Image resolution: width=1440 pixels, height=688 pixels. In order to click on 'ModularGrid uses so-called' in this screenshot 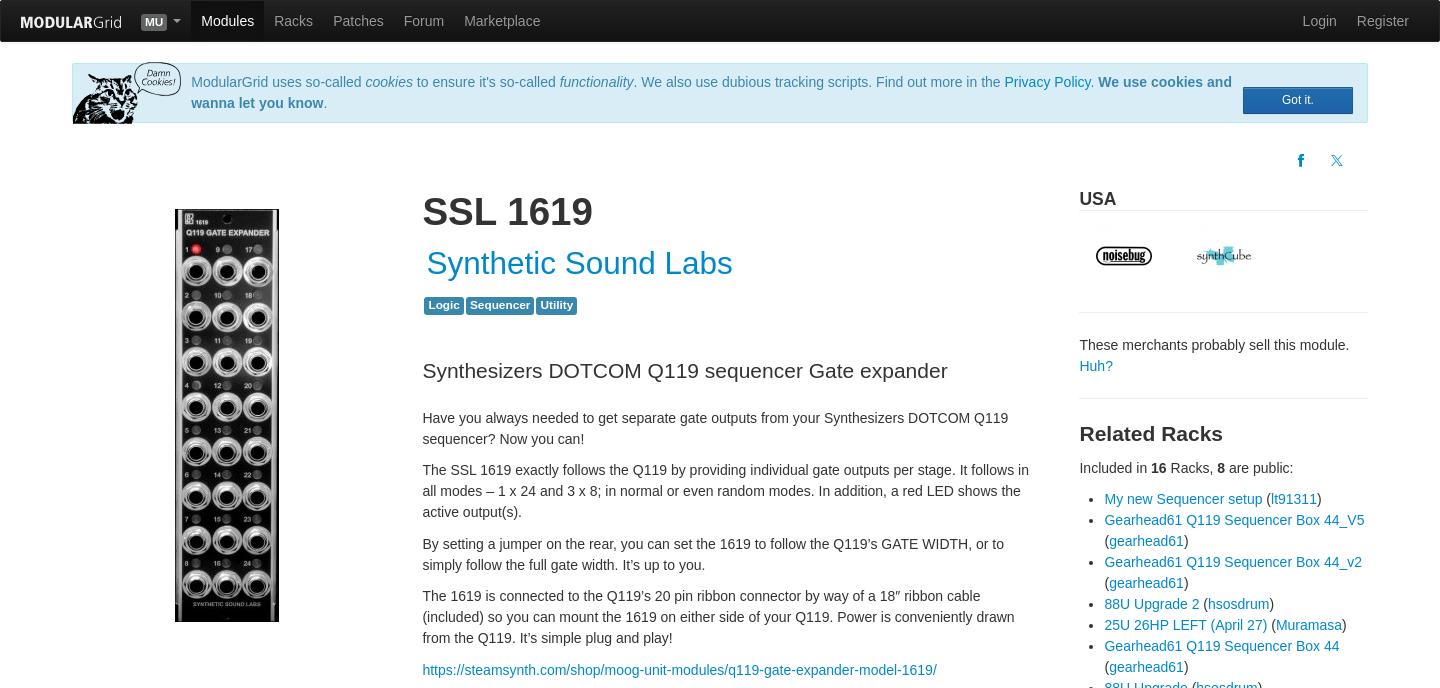, I will do `click(277, 82)`.